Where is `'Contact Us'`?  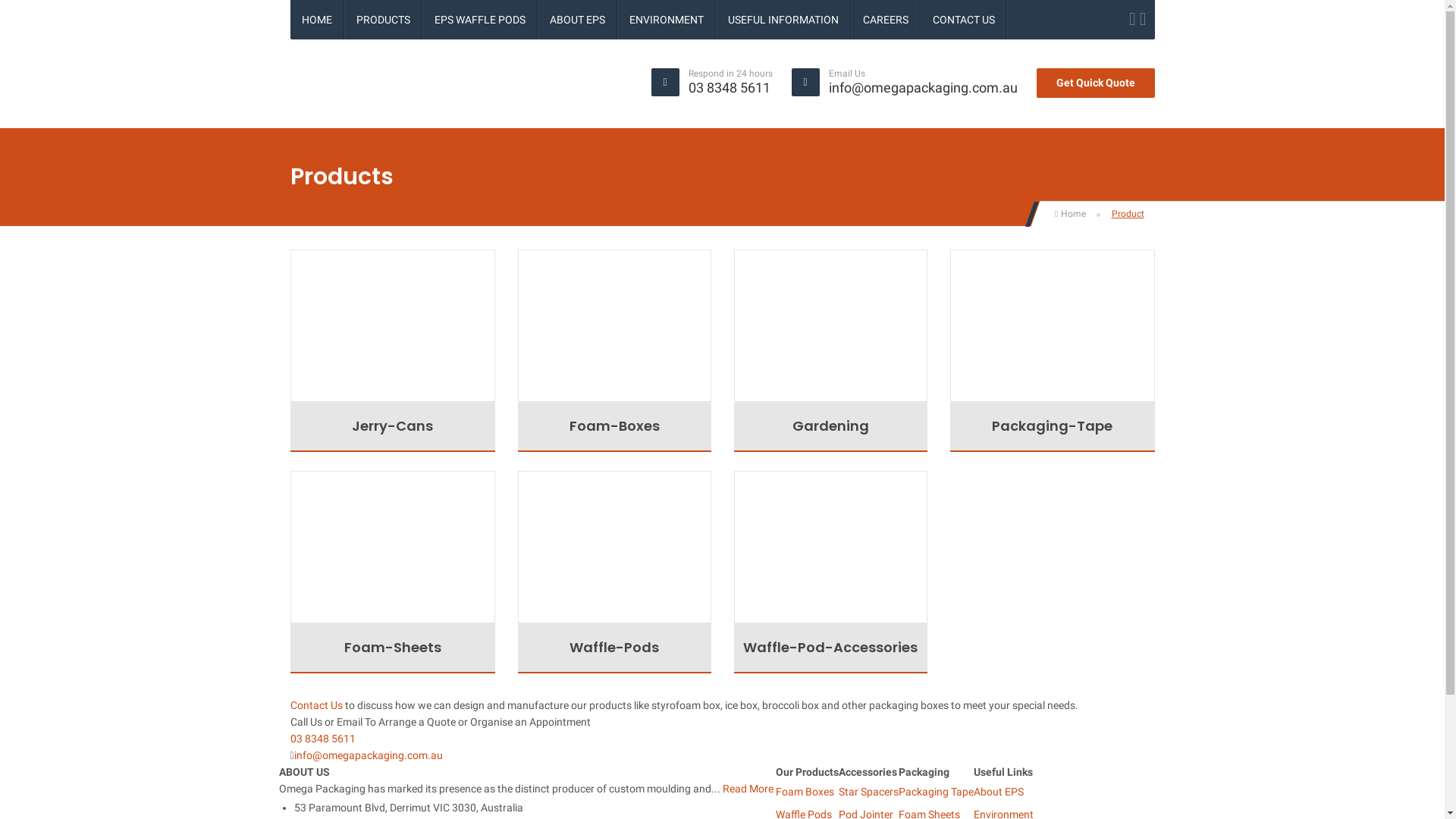 'Contact Us' is located at coordinates (315, 704).